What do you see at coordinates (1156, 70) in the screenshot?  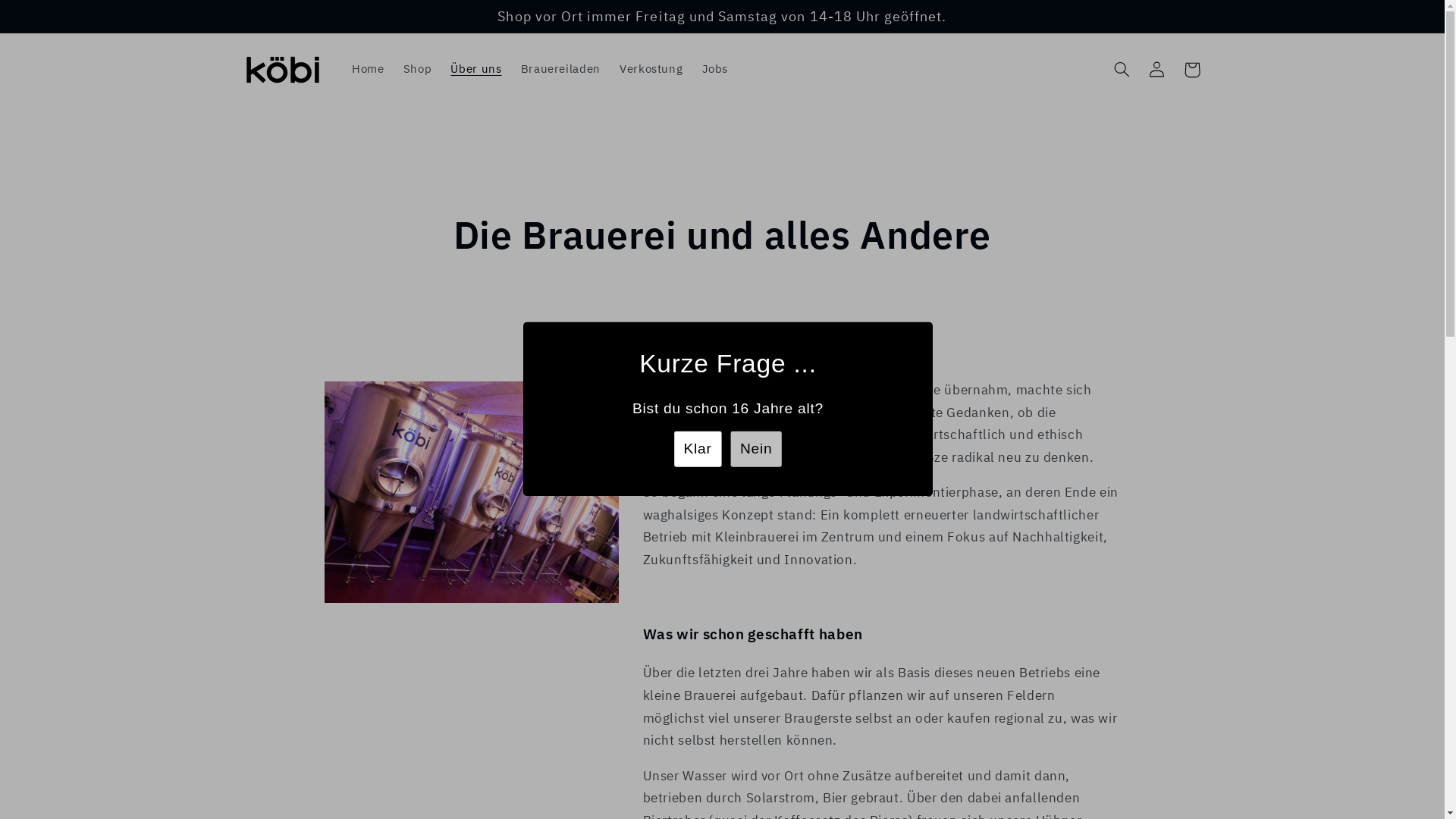 I see `'Einloggen'` at bounding box center [1156, 70].